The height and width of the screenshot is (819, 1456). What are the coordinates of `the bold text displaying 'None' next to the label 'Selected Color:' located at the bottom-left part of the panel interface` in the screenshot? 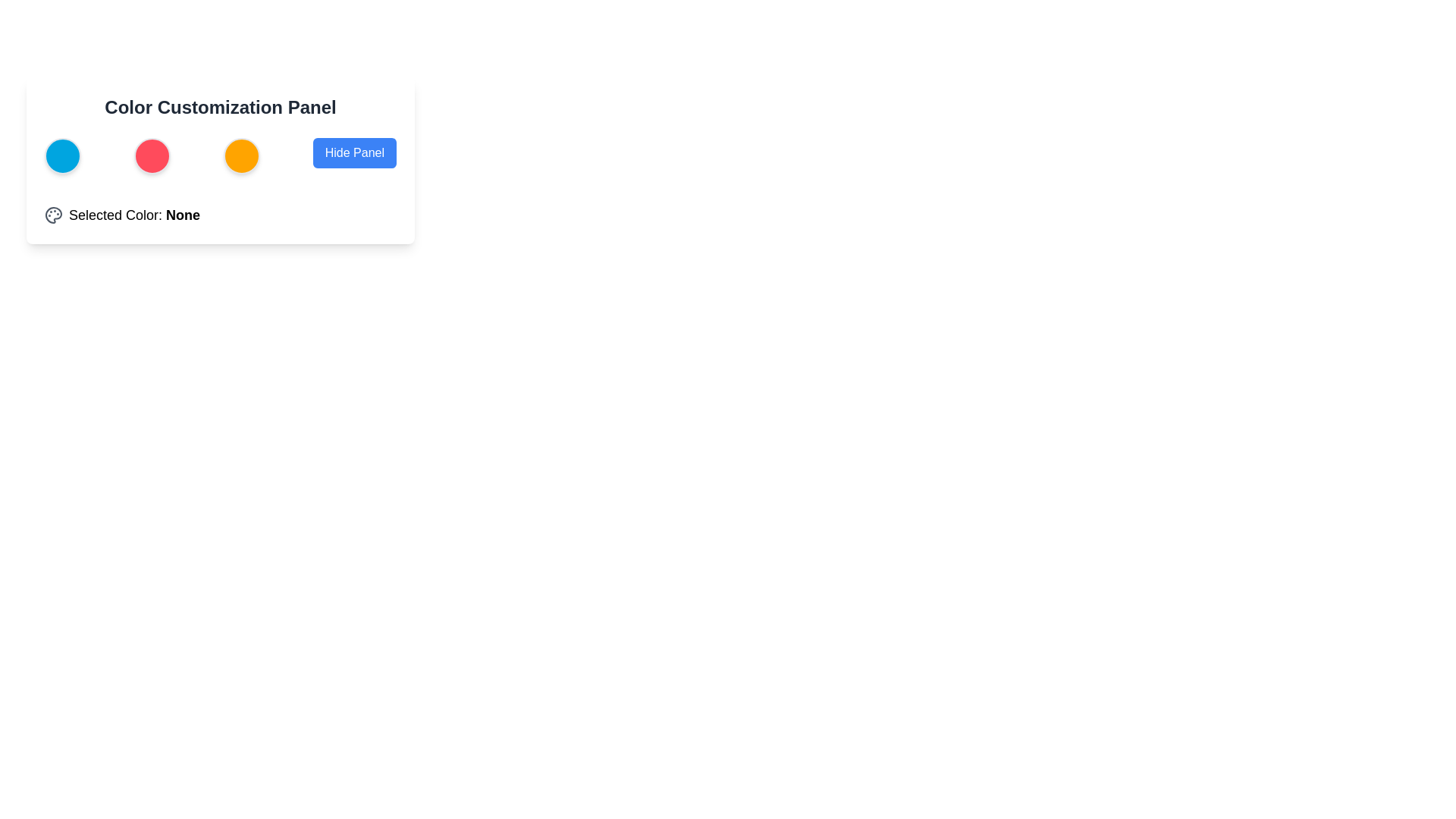 It's located at (182, 215).